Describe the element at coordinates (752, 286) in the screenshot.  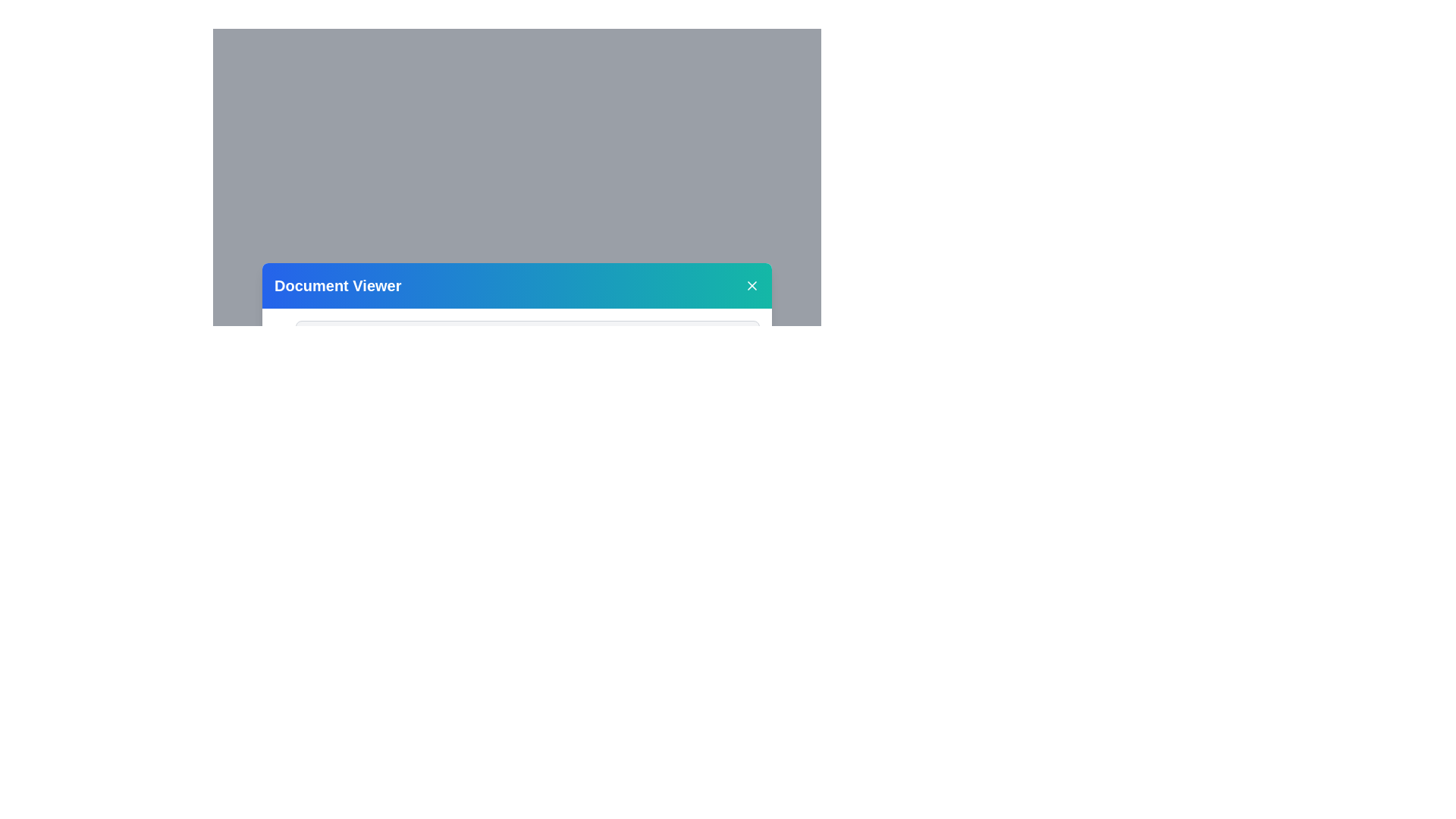
I see `close button to close the document viewer dialog` at that location.